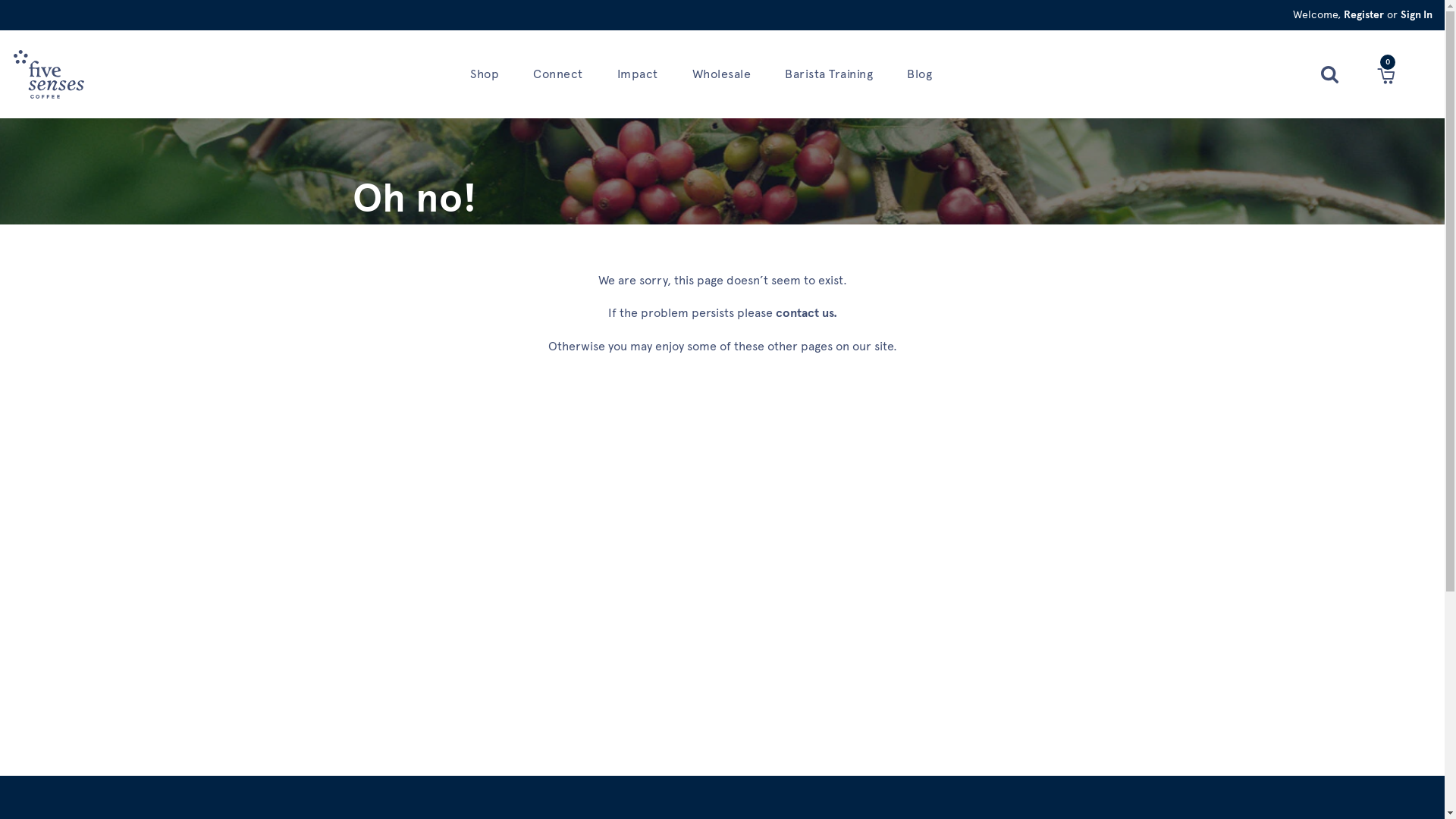 The height and width of the screenshot is (819, 1456). Describe the element at coordinates (1363, 14) in the screenshot. I see `'Register'` at that location.